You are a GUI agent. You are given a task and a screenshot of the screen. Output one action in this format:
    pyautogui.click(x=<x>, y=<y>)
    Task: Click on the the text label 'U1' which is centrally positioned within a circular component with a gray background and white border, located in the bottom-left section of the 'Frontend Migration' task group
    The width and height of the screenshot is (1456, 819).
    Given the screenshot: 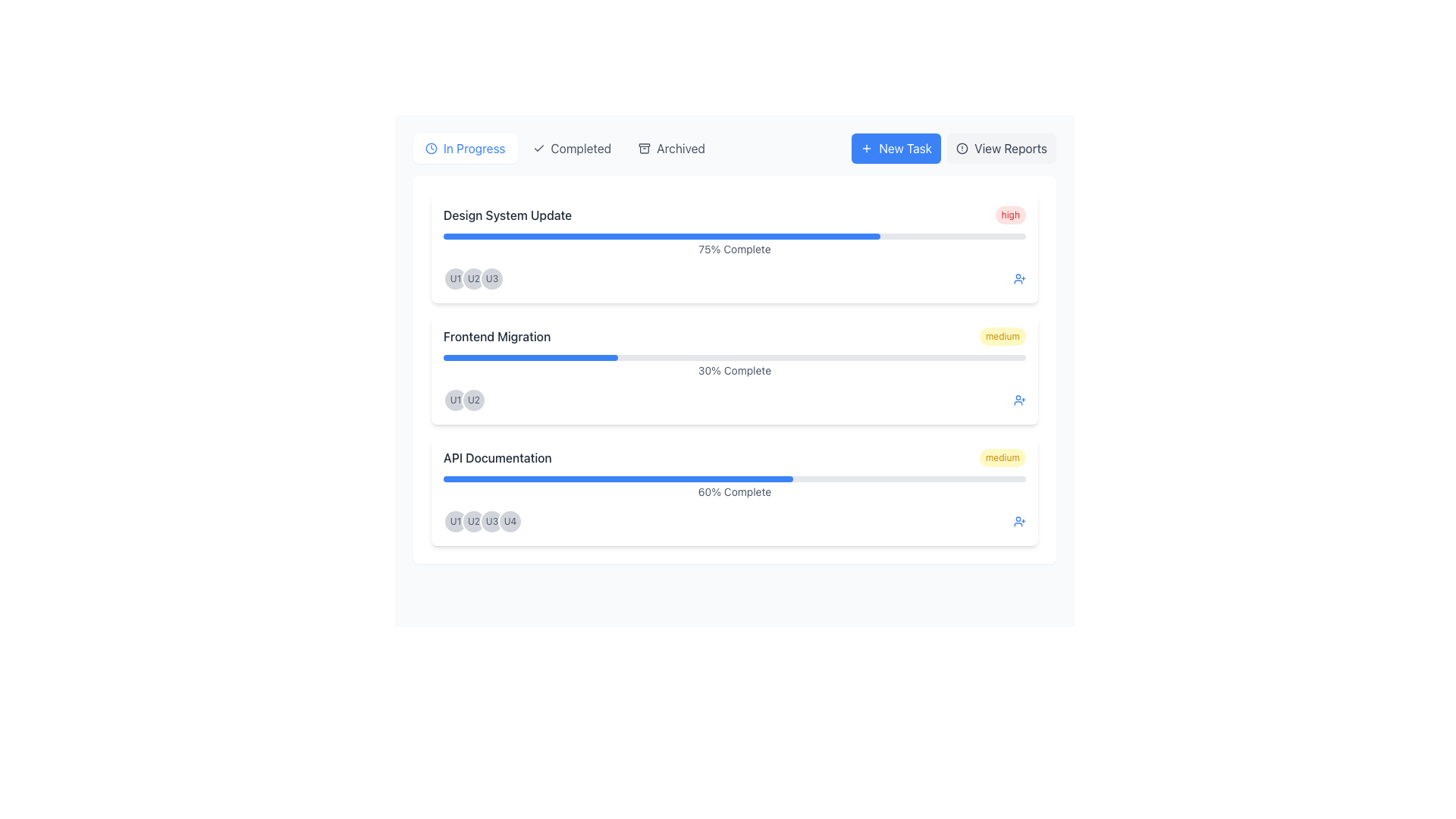 What is the action you would take?
    pyautogui.click(x=454, y=520)
    